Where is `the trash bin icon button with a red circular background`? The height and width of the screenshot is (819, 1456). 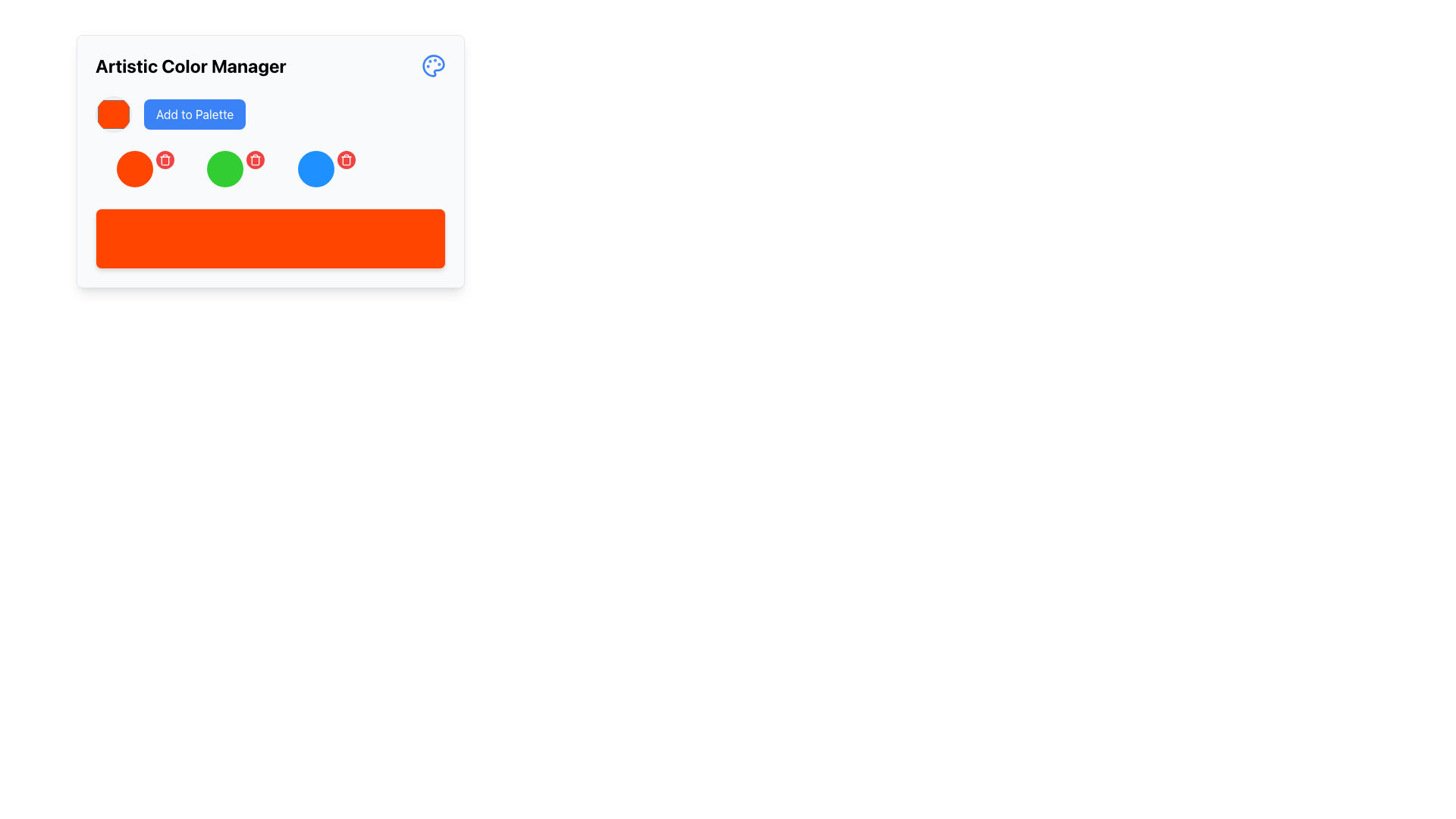
the trash bin icon button with a red circular background is located at coordinates (255, 160).